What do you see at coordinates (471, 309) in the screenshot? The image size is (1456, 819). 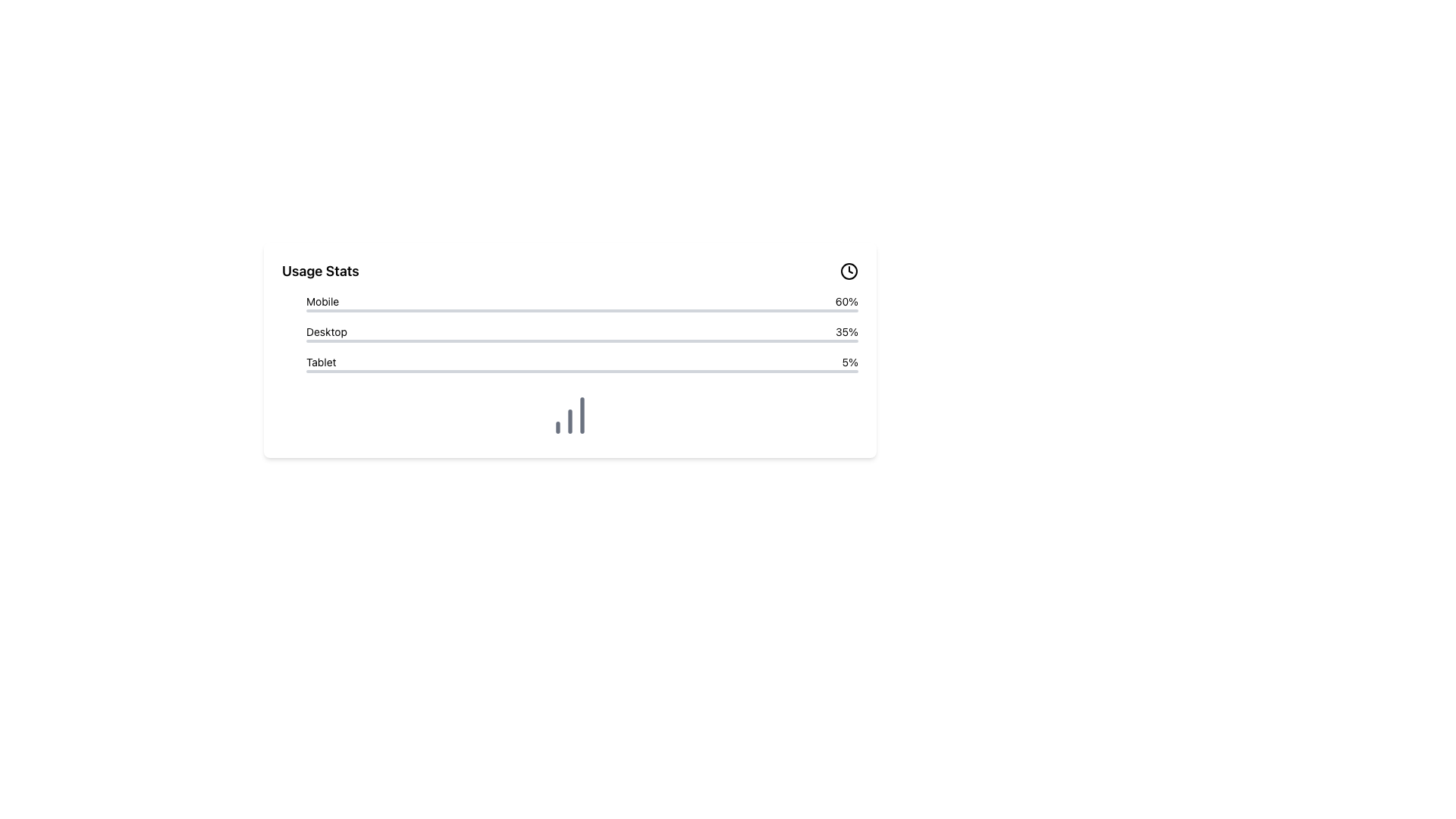 I see `the Progress Bar indicating 'Mobile' usage, which is a gray rectangular bar at the top of the panel displaying usage statistics` at bounding box center [471, 309].